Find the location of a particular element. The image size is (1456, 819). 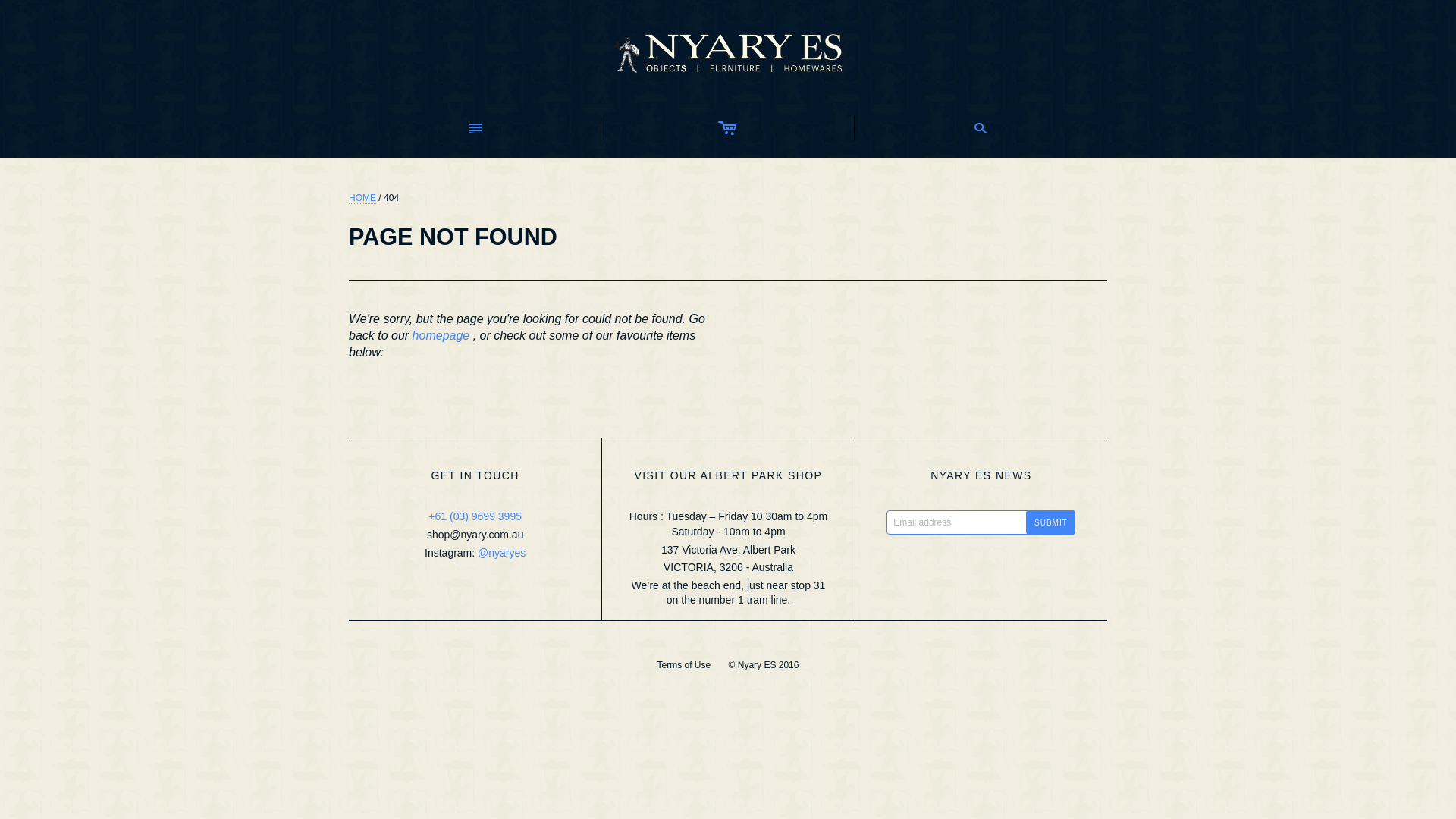

'c' is located at coordinates (726, 127).